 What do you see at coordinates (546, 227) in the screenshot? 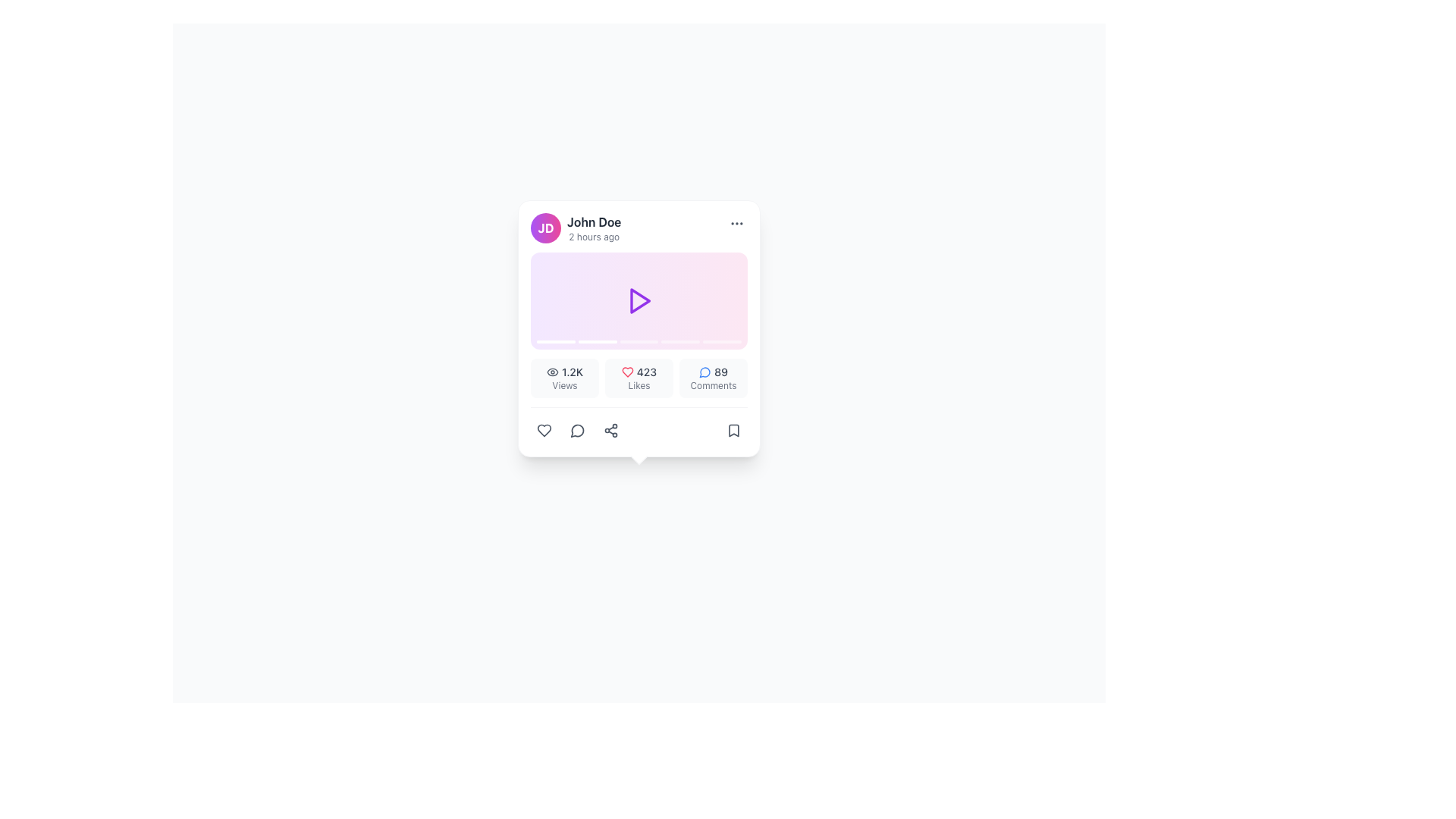
I see `the text element displaying 'JD' in bold white font, which is centrally positioned within a circular gradient background in the top-left corner of the card component` at bounding box center [546, 227].